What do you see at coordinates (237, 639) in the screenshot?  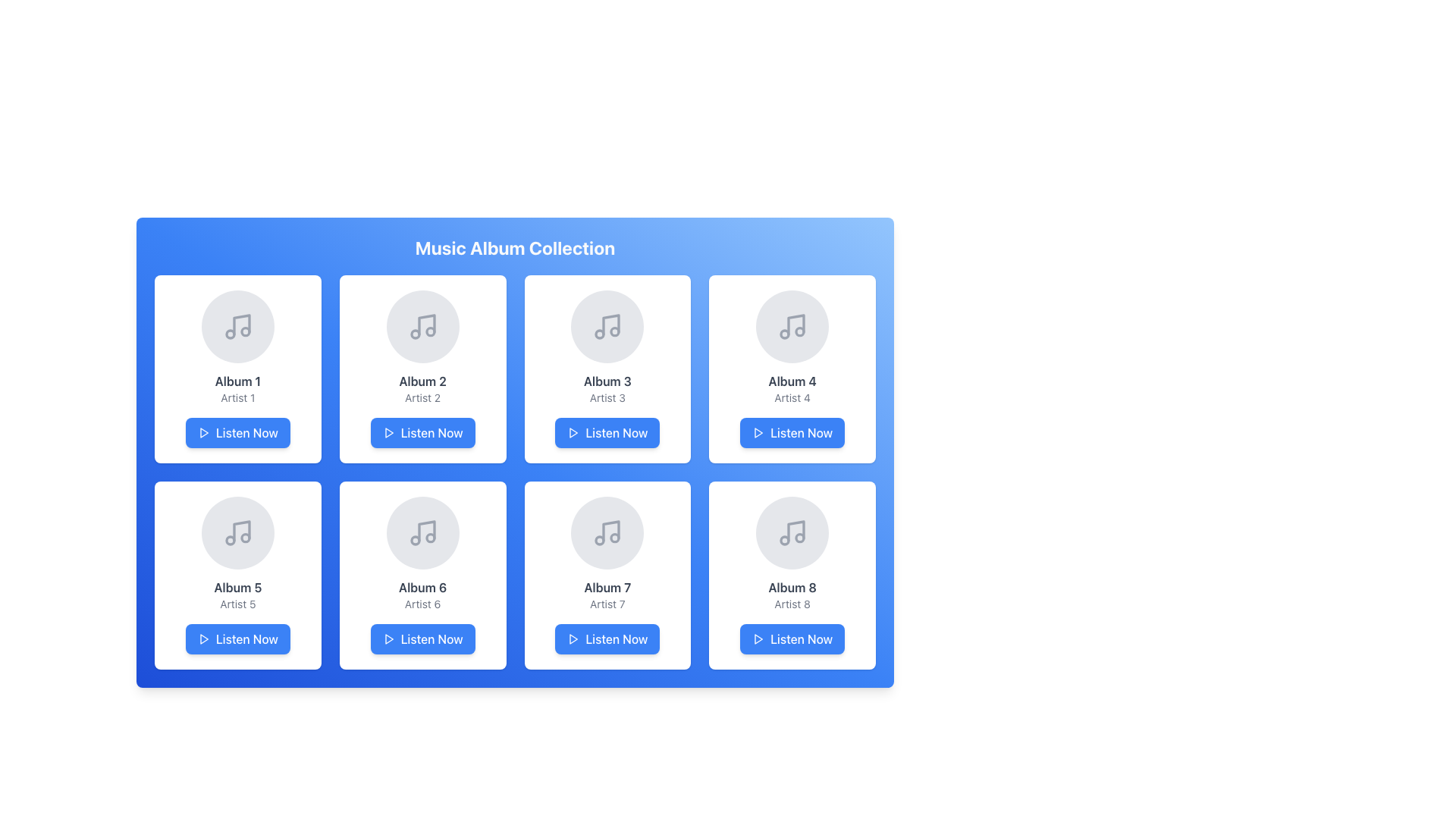 I see `the blue rectangular button labeled 'Listen Now' with a play icon` at bounding box center [237, 639].